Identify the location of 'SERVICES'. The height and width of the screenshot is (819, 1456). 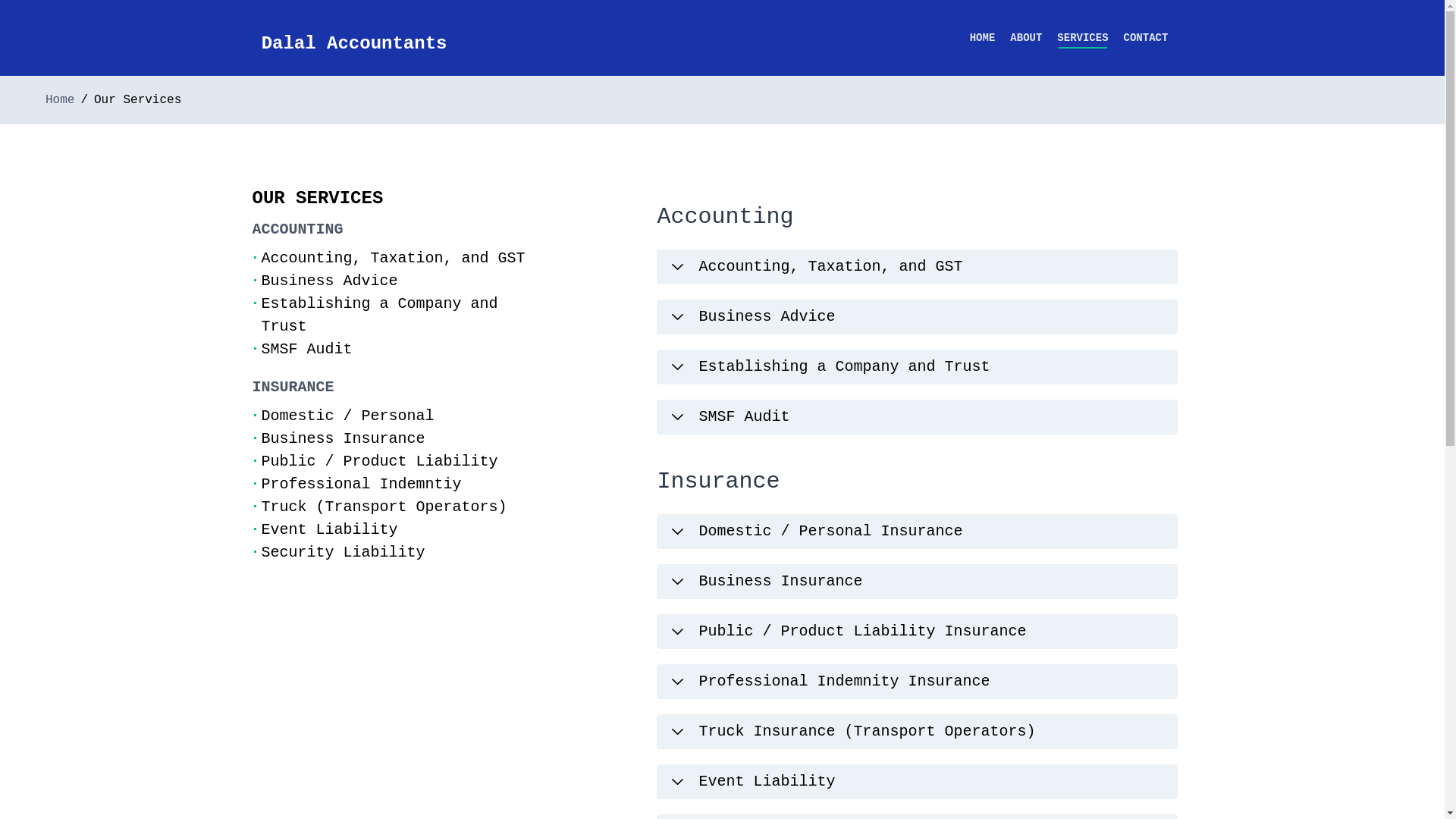
(1081, 37).